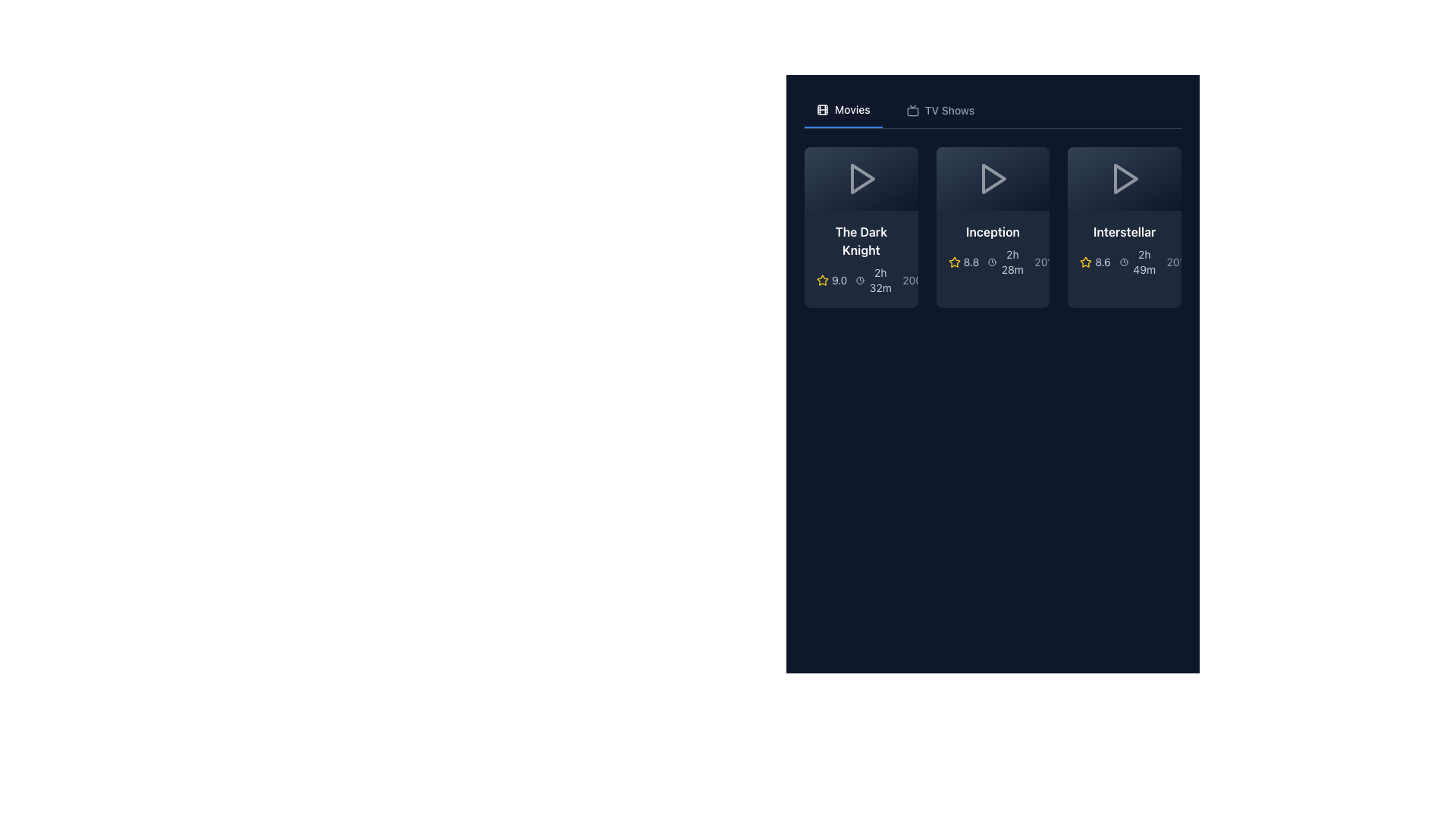  What do you see at coordinates (912, 110) in the screenshot?
I see `the decorative icon for the 'TV Shows' menu item located in the navigation bar, positioned to the right of the 'Movies' button` at bounding box center [912, 110].